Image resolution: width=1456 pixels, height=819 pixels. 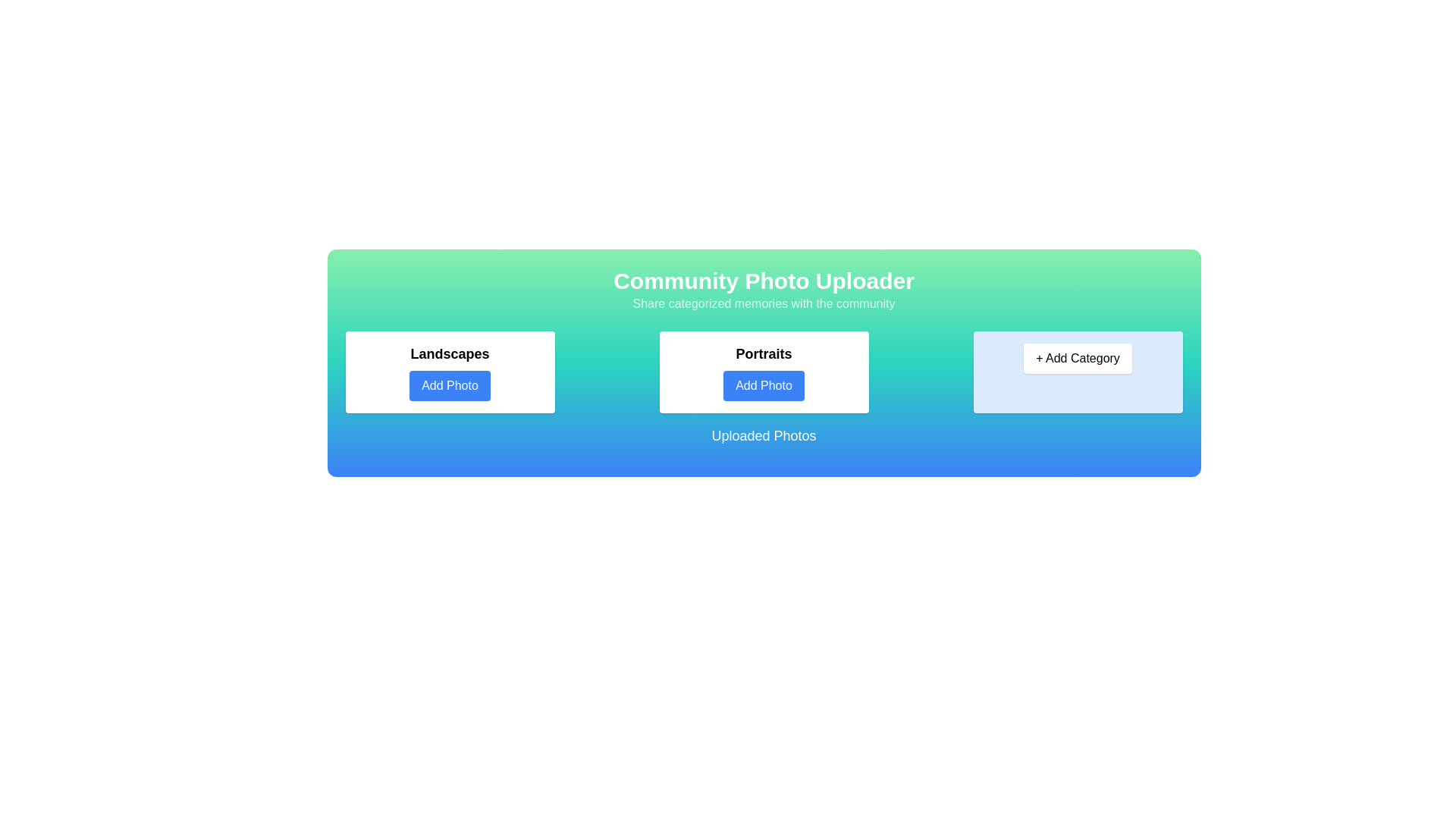 What do you see at coordinates (764, 304) in the screenshot?
I see `the text label displaying 'Share categorized memories with the community', which is located beneath the title 'Community Photo Uploader' on a greenish gradient background` at bounding box center [764, 304].